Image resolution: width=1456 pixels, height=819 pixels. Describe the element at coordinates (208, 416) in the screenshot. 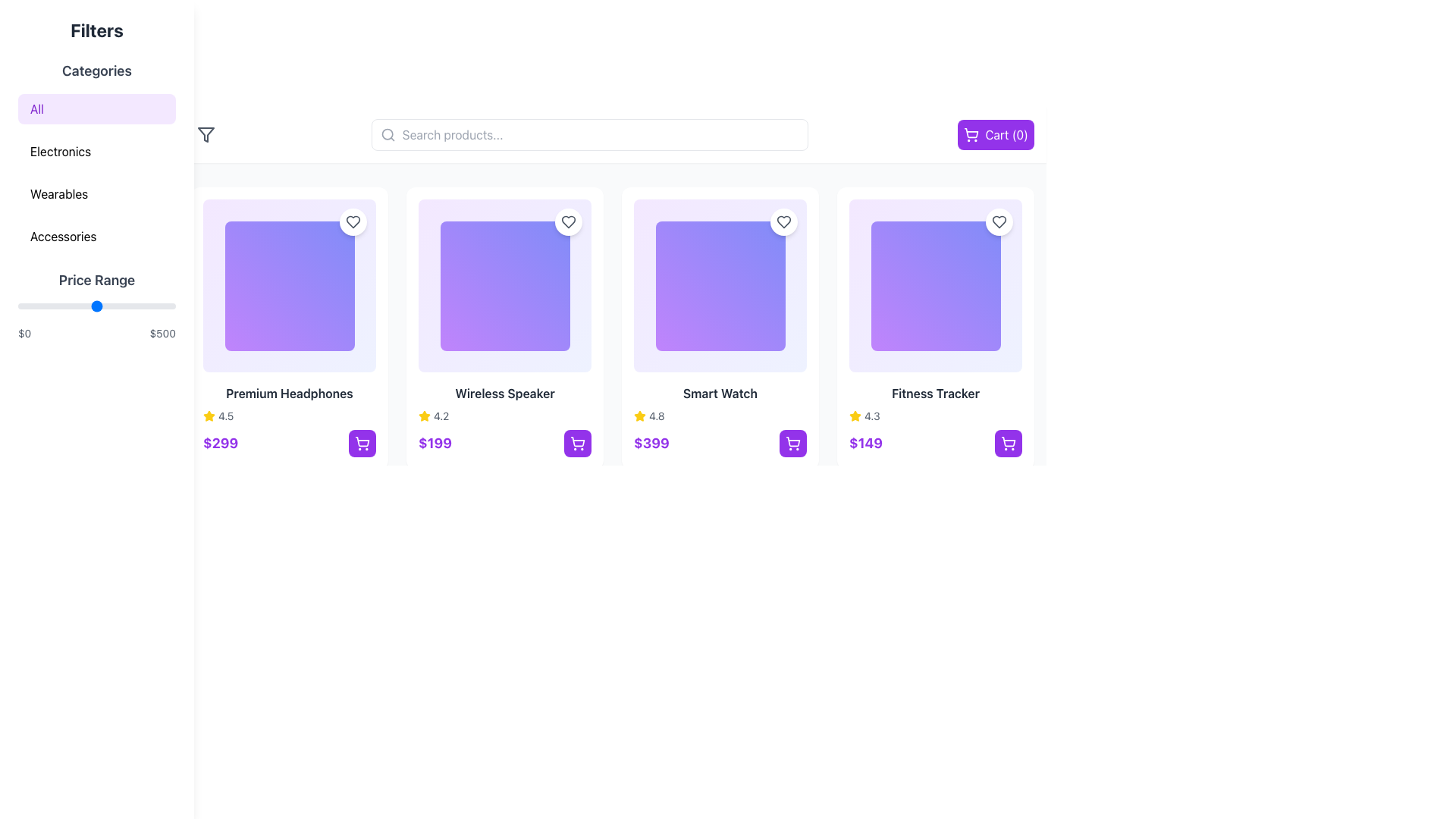

I see `the rating icon located below the product image and adjacent to the product title of 'Premium Headphones'` at that location.